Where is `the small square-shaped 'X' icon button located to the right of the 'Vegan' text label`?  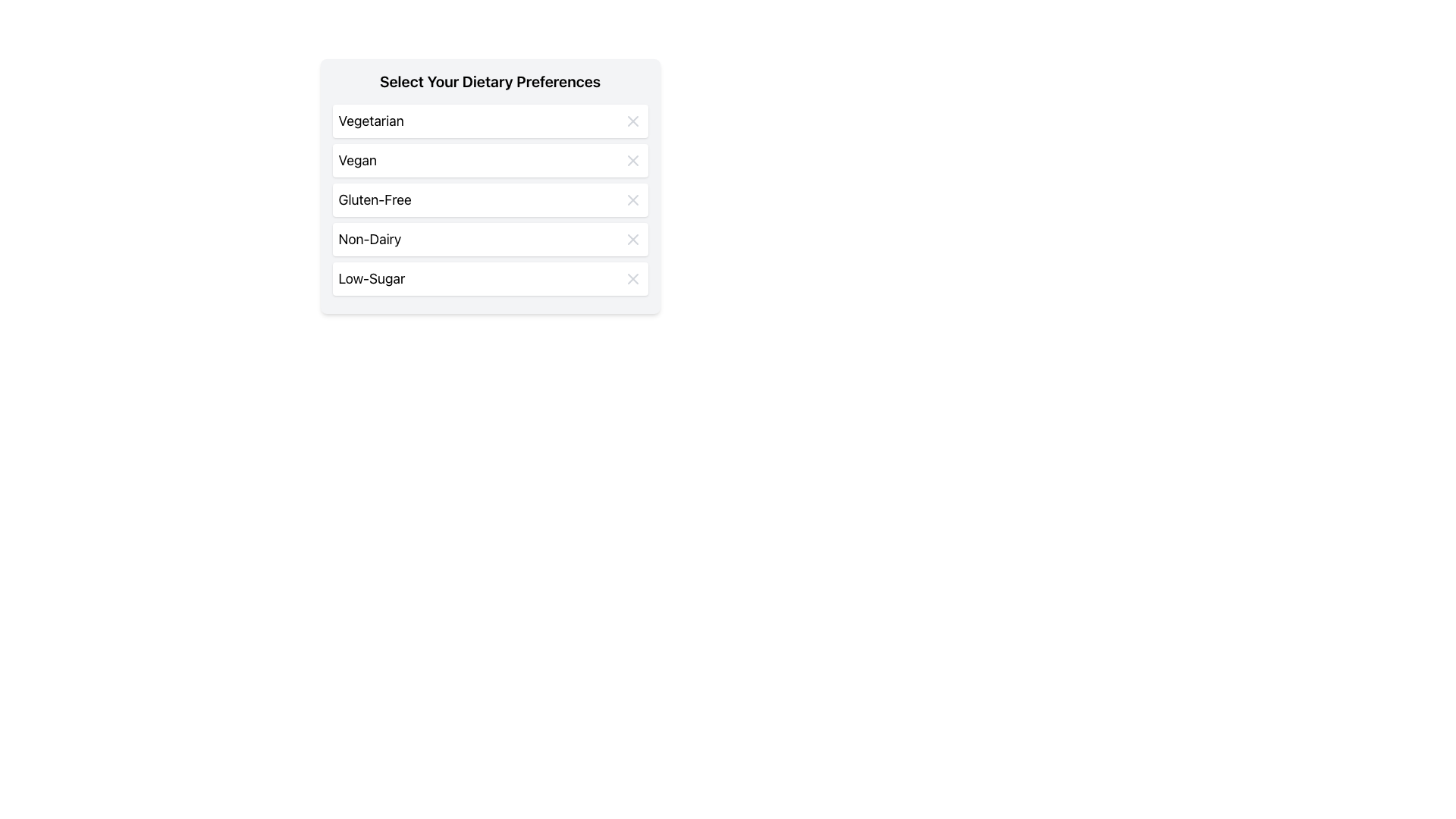
the small square-shaped 'X' icon button located to the right of the 'Vegan' text label is located at coordinates (632, 161).